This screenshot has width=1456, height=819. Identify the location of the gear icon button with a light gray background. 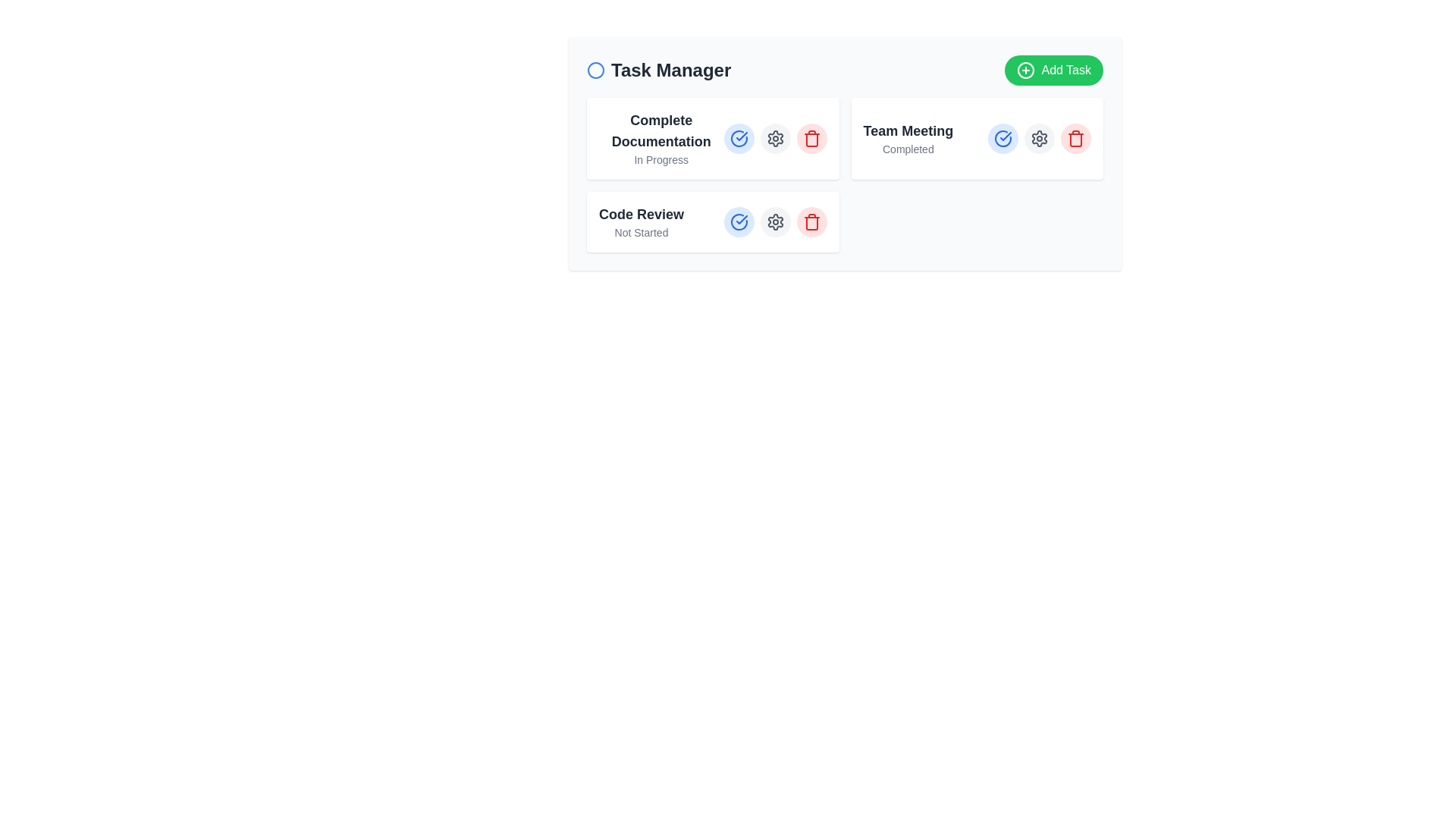
(1039, 138).